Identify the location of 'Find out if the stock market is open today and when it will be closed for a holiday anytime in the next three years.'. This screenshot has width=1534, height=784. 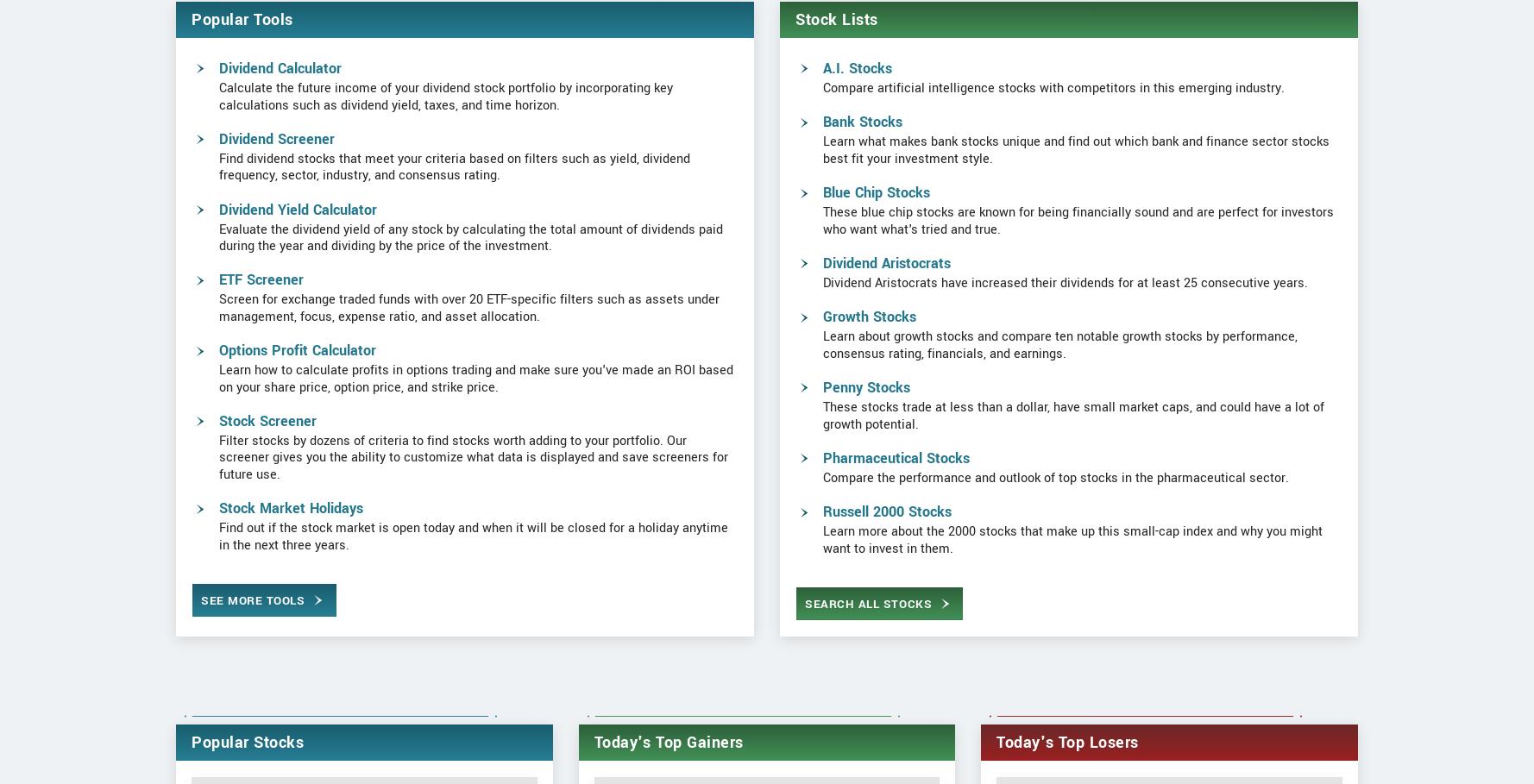
(474, 602).